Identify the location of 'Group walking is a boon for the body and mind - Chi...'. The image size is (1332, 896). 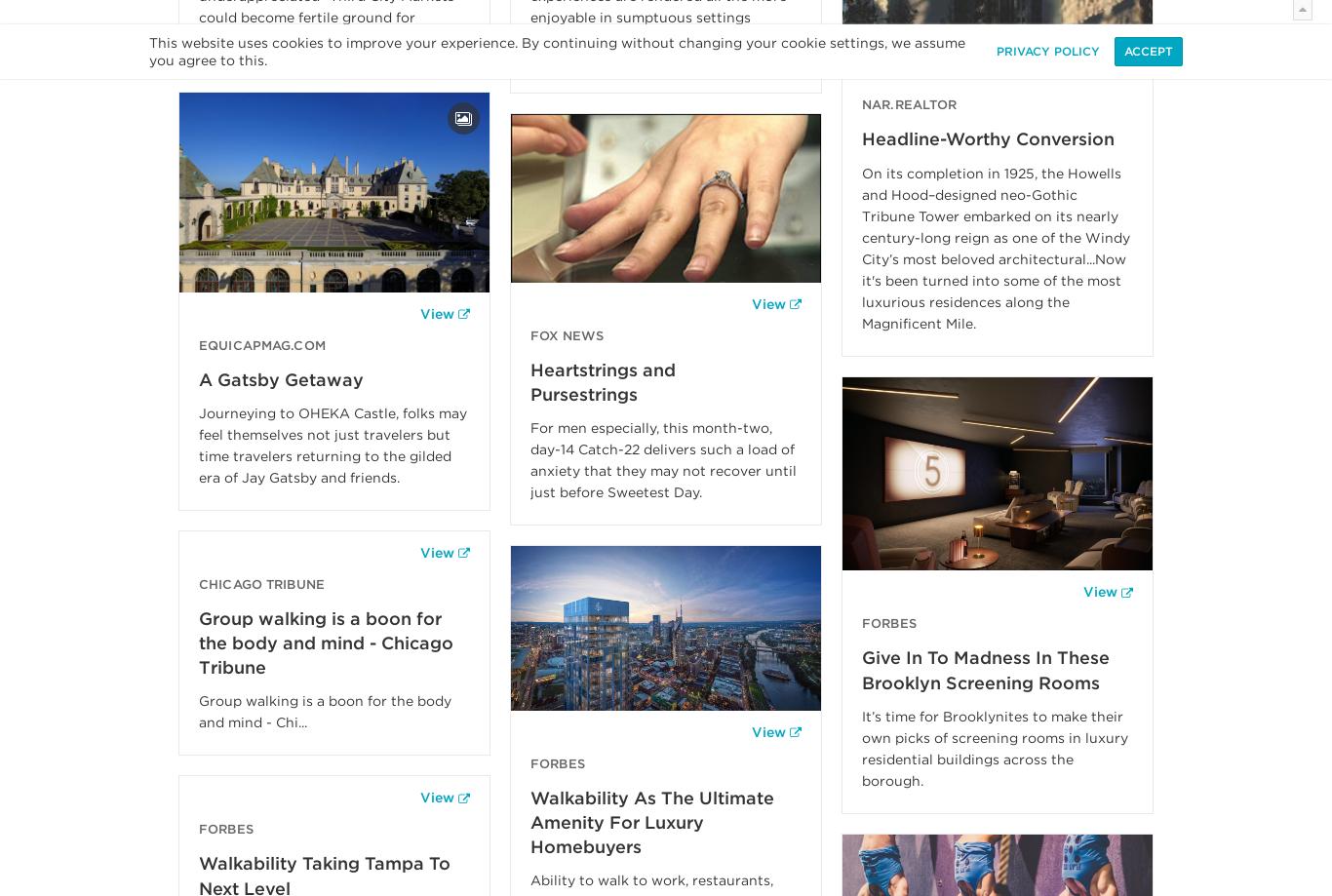
(325, 710).